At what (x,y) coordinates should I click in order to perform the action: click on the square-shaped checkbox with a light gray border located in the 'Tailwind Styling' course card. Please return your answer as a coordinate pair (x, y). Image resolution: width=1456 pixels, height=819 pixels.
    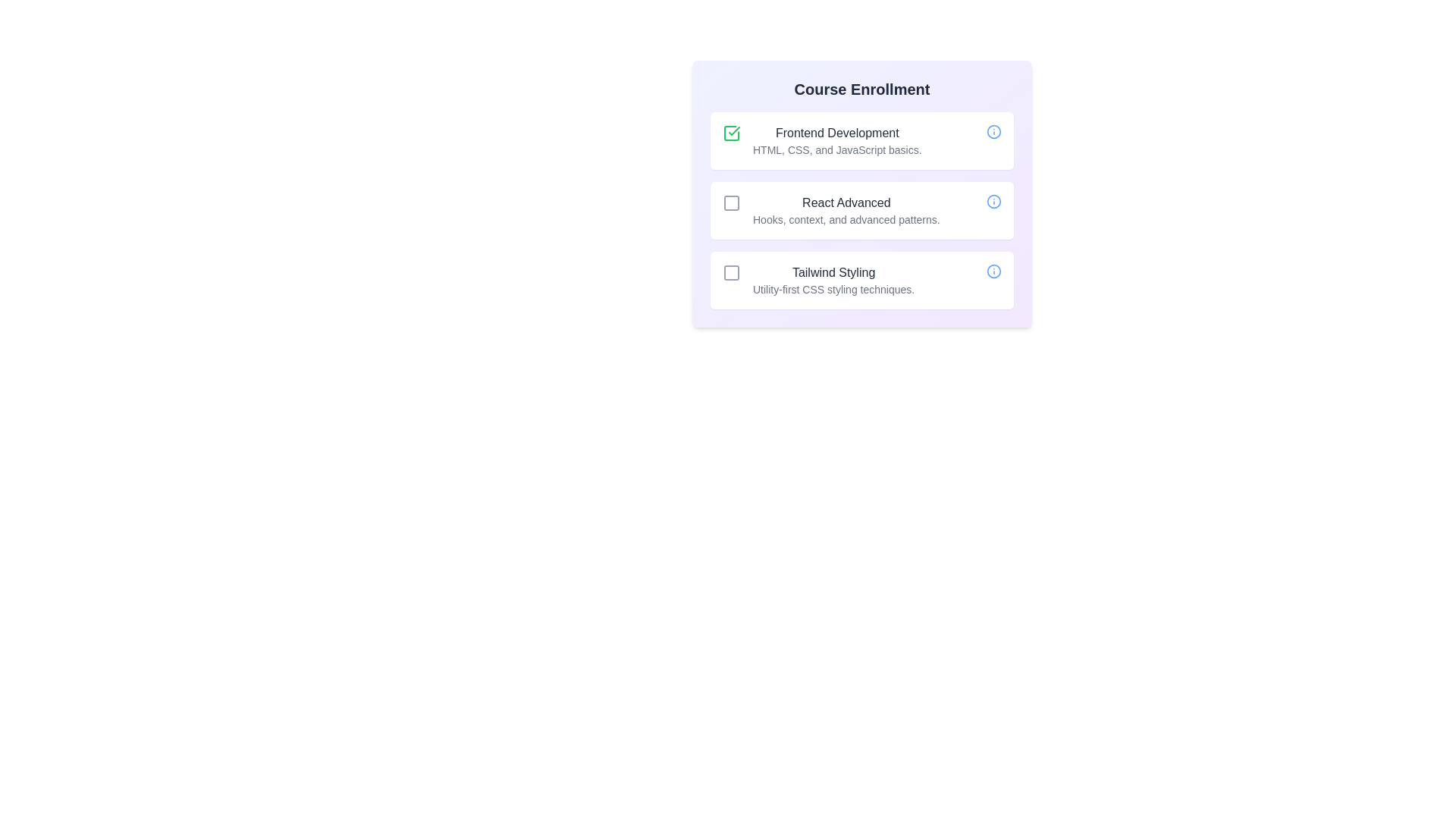
    Looking at the image, I should click on (731, 271).